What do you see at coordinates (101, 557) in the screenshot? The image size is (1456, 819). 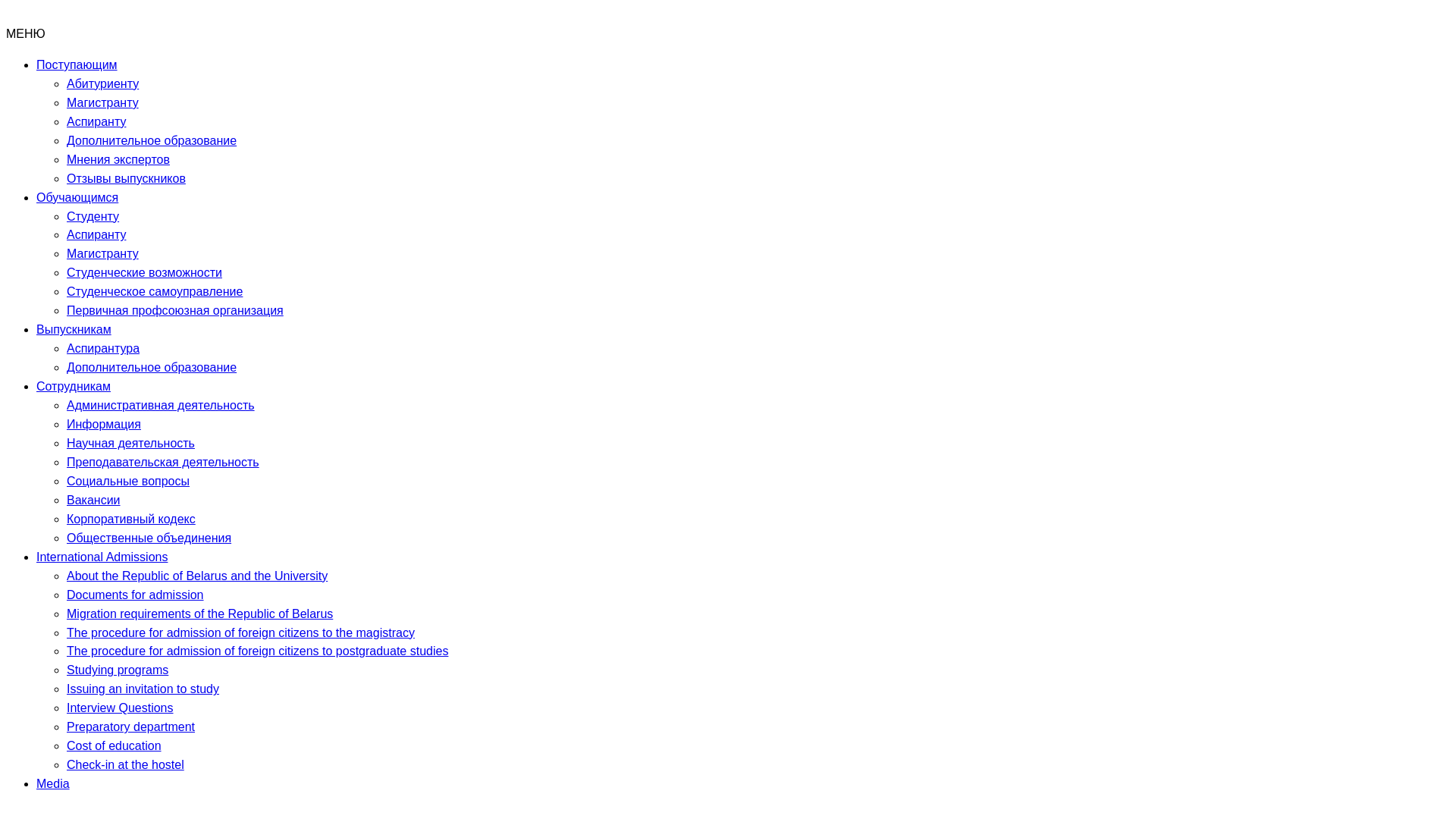 I see `'International Admissions'` at bounding box center [101, 557].